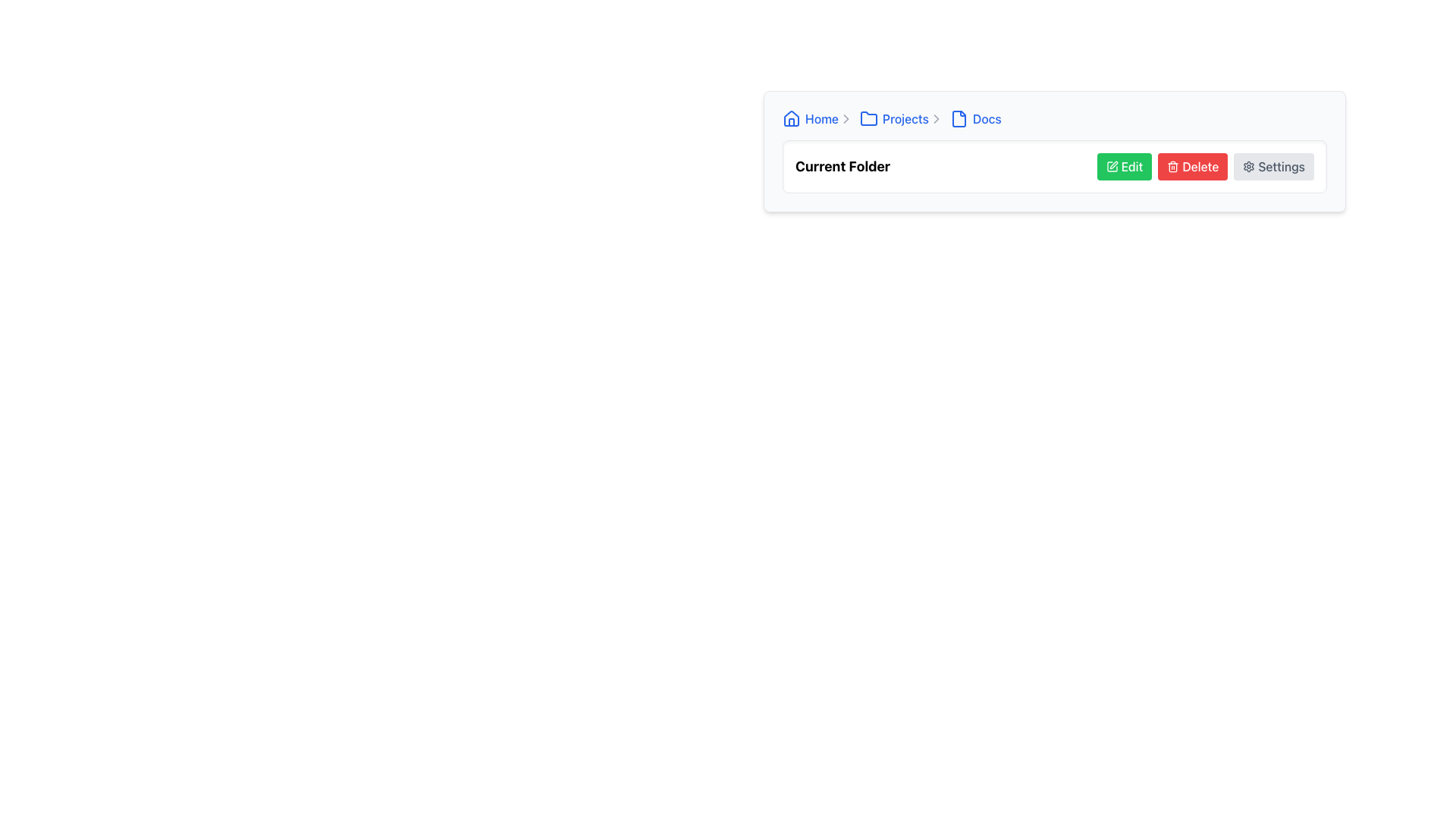 The image size is (1456, 819). I want to click on the 'Home' icon in the breadcrumb navigation bar, which is the first element on the left of the 'Home' text, so click(790, 118).